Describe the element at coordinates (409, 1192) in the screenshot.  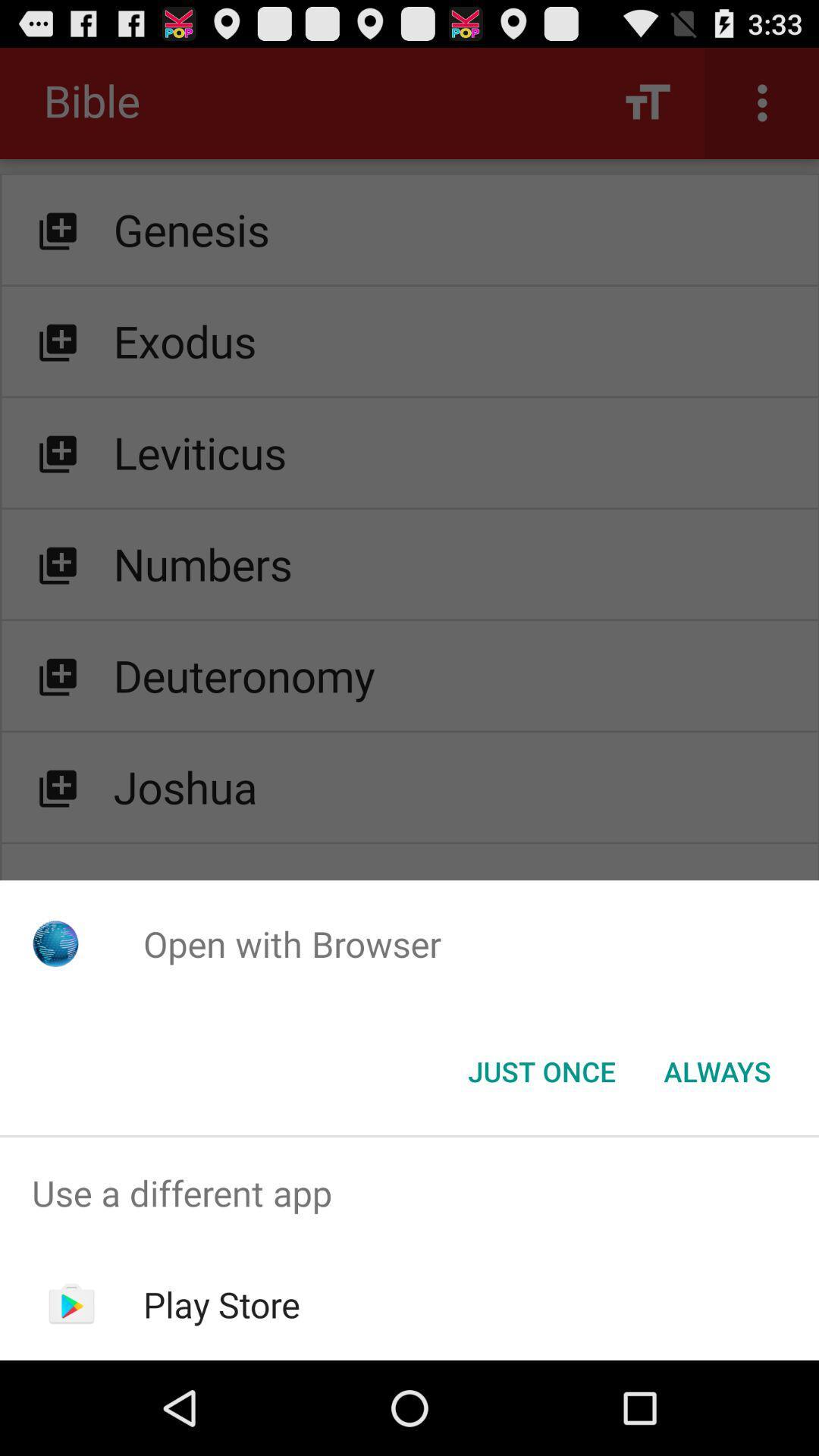
I see `the icon above the play store app` at that location.